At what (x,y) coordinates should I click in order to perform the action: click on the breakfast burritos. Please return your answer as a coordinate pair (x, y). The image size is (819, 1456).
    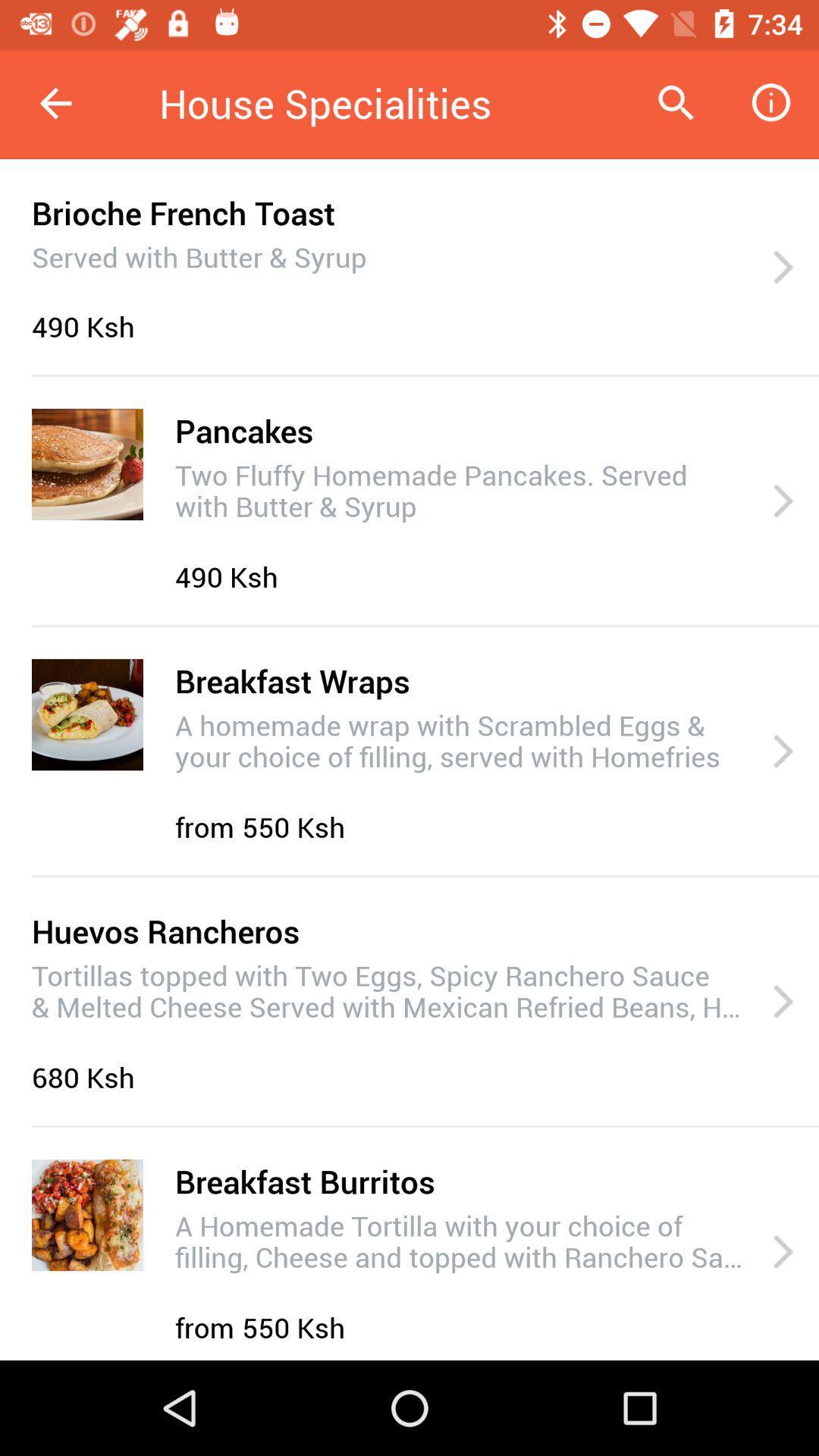
    Looking at the image, I should click on (305, 1180).